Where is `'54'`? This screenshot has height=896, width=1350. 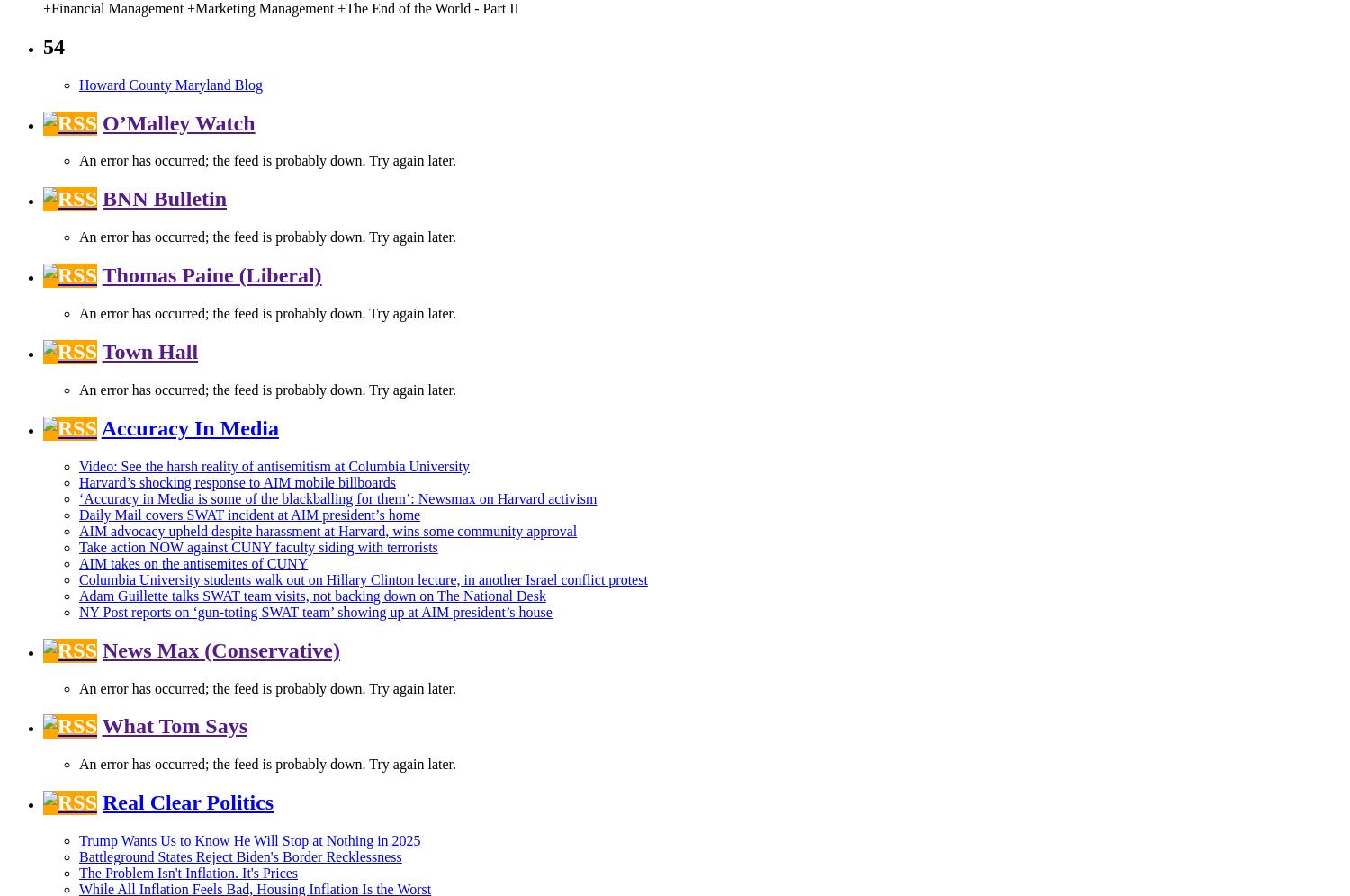
'54' is located at coordinates (43, 44).